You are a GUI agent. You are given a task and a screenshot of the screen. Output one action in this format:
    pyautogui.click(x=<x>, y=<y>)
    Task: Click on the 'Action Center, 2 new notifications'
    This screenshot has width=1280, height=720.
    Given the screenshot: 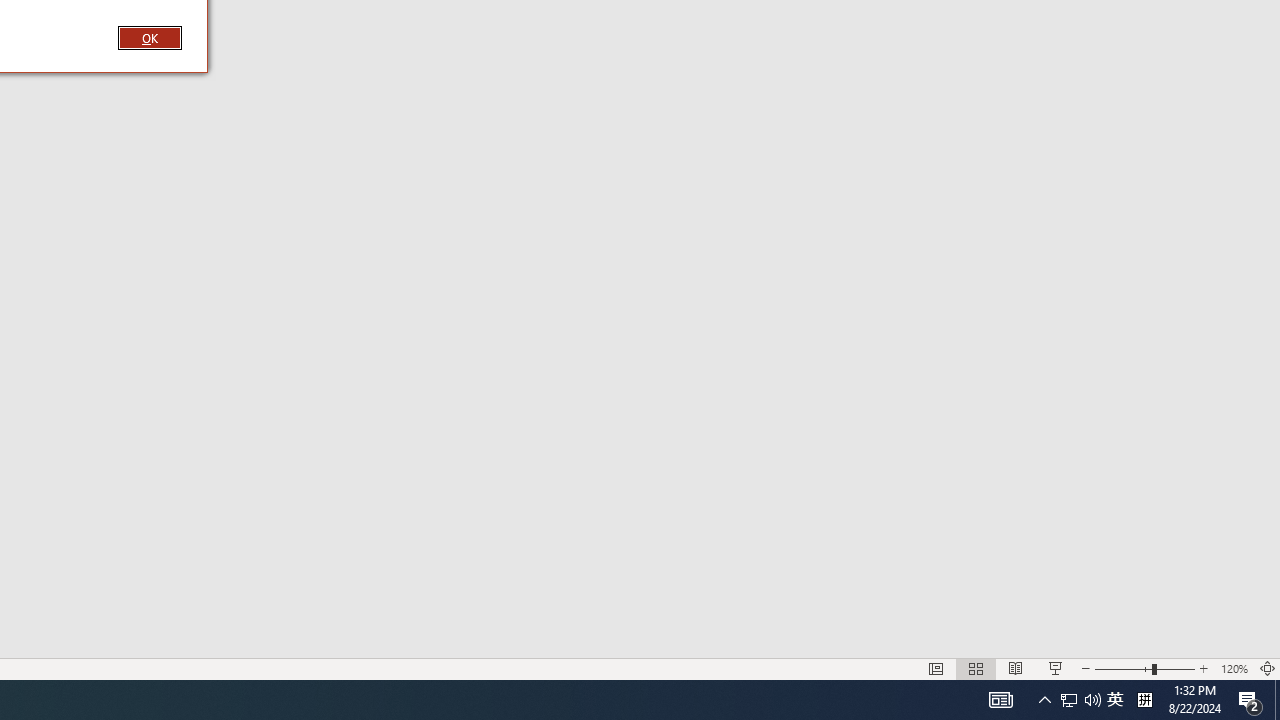 What is the action you would take?
    pyautogui.click(x=1250, y=698)
    